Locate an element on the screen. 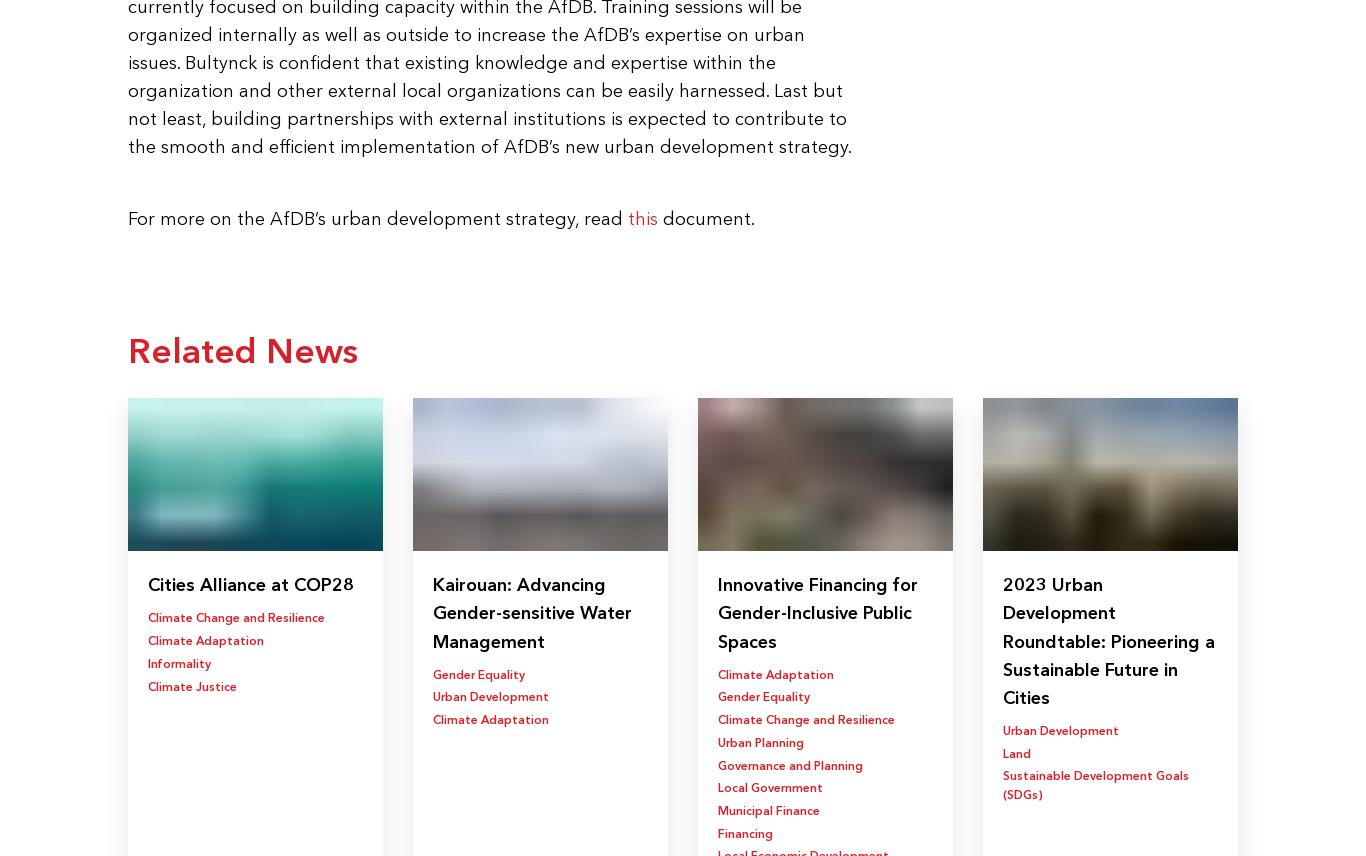 This screenshot has width=1366, height=856. 'Innovative Financing for Gender-Inclusive Public Spaces' is located at coordinates (816, 611).